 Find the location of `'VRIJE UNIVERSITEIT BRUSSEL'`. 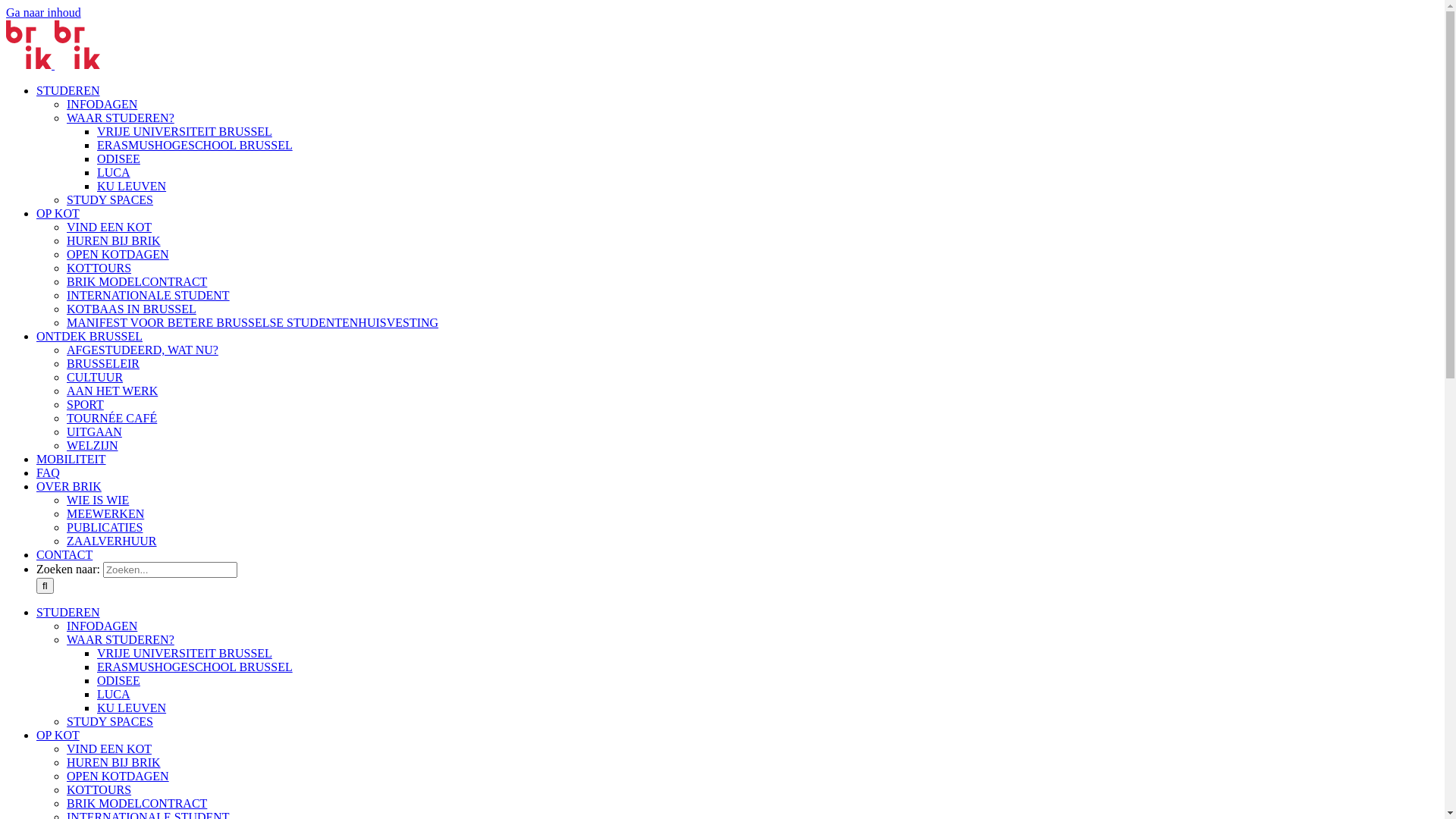

'VRIJE UNIVERSITEIT BRUSSEL' is located at coordinates (184, 130).